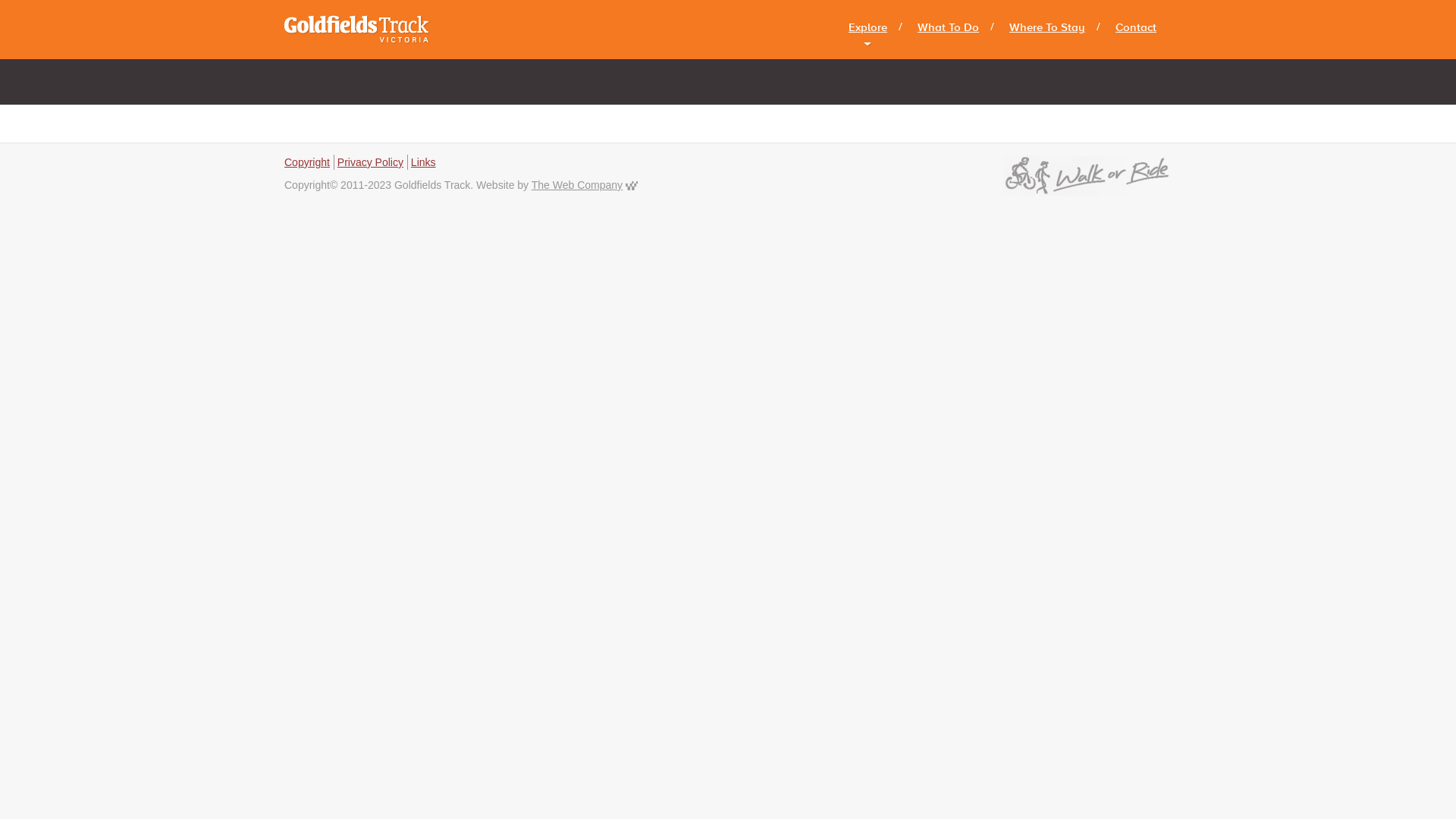 The width and height of the screenshot is (1456, 819). I want to click on 'Contact', so click(1135, 27).